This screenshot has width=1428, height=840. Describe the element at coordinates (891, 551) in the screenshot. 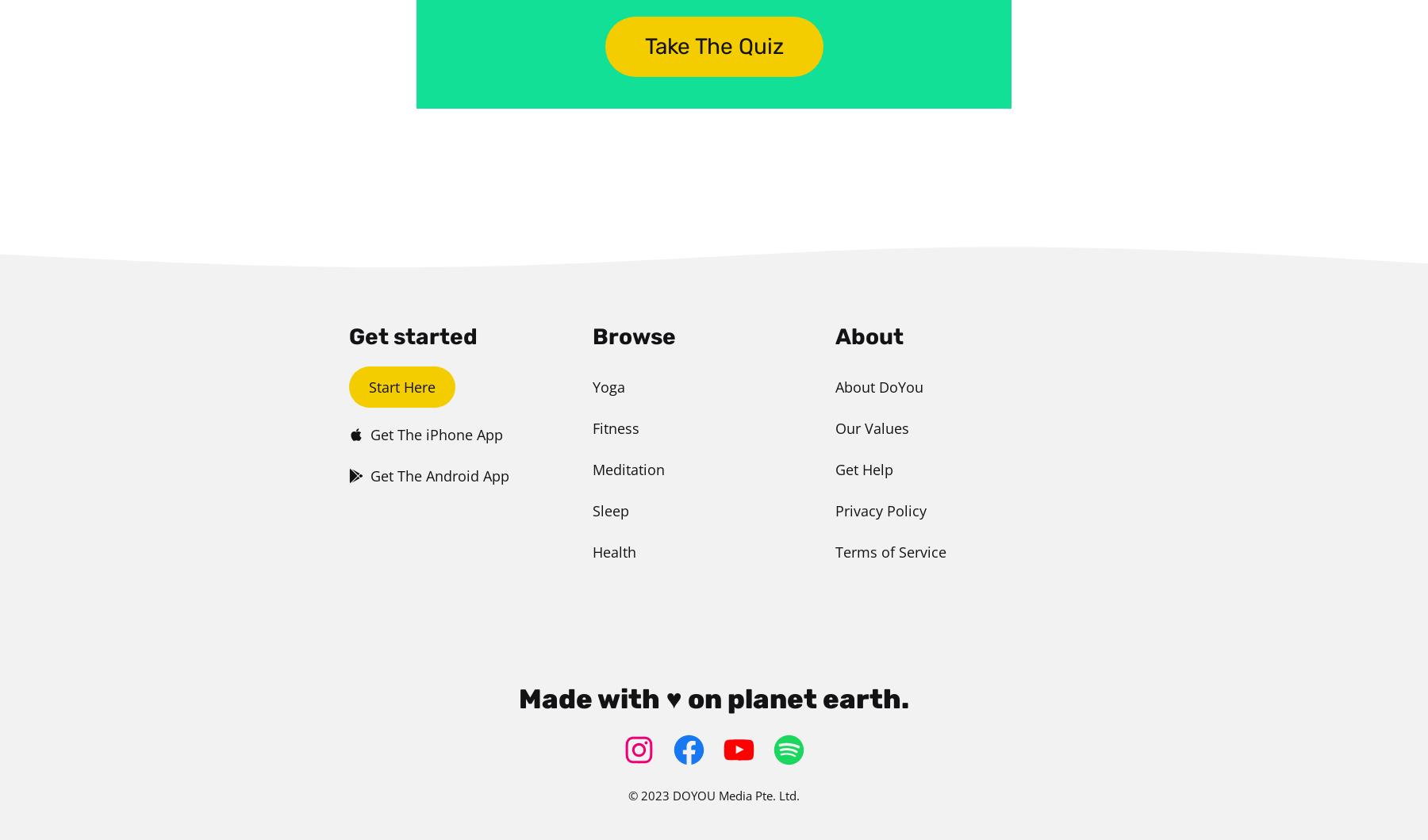

I see `'Terms of Service'` at that location.